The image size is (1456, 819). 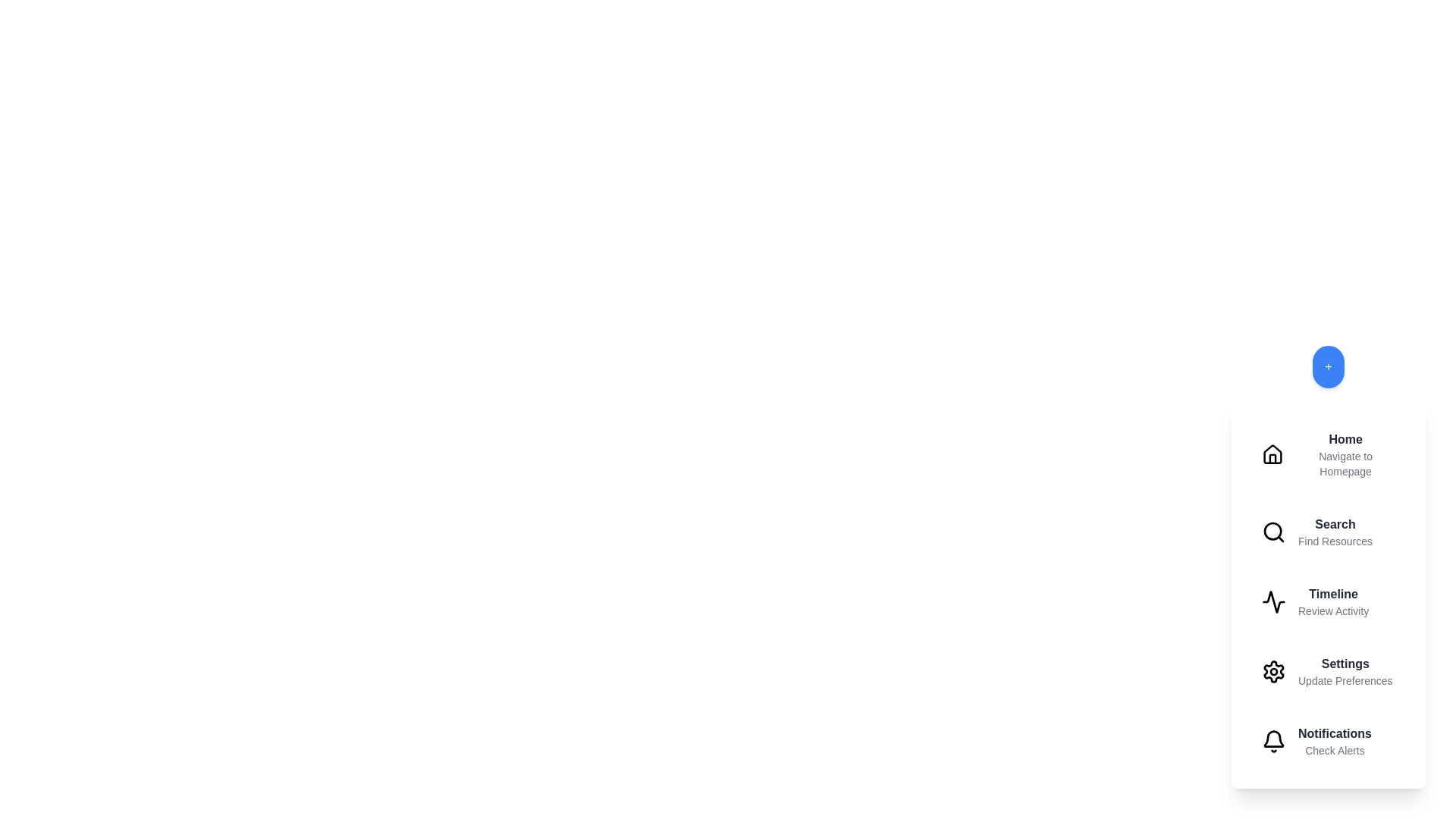 What do you see at coordinates (1335, 751) in the screenshot?
I see `the descriptive text of the menu item labeled Notifications to select it` at bounding box center [1335, 751].